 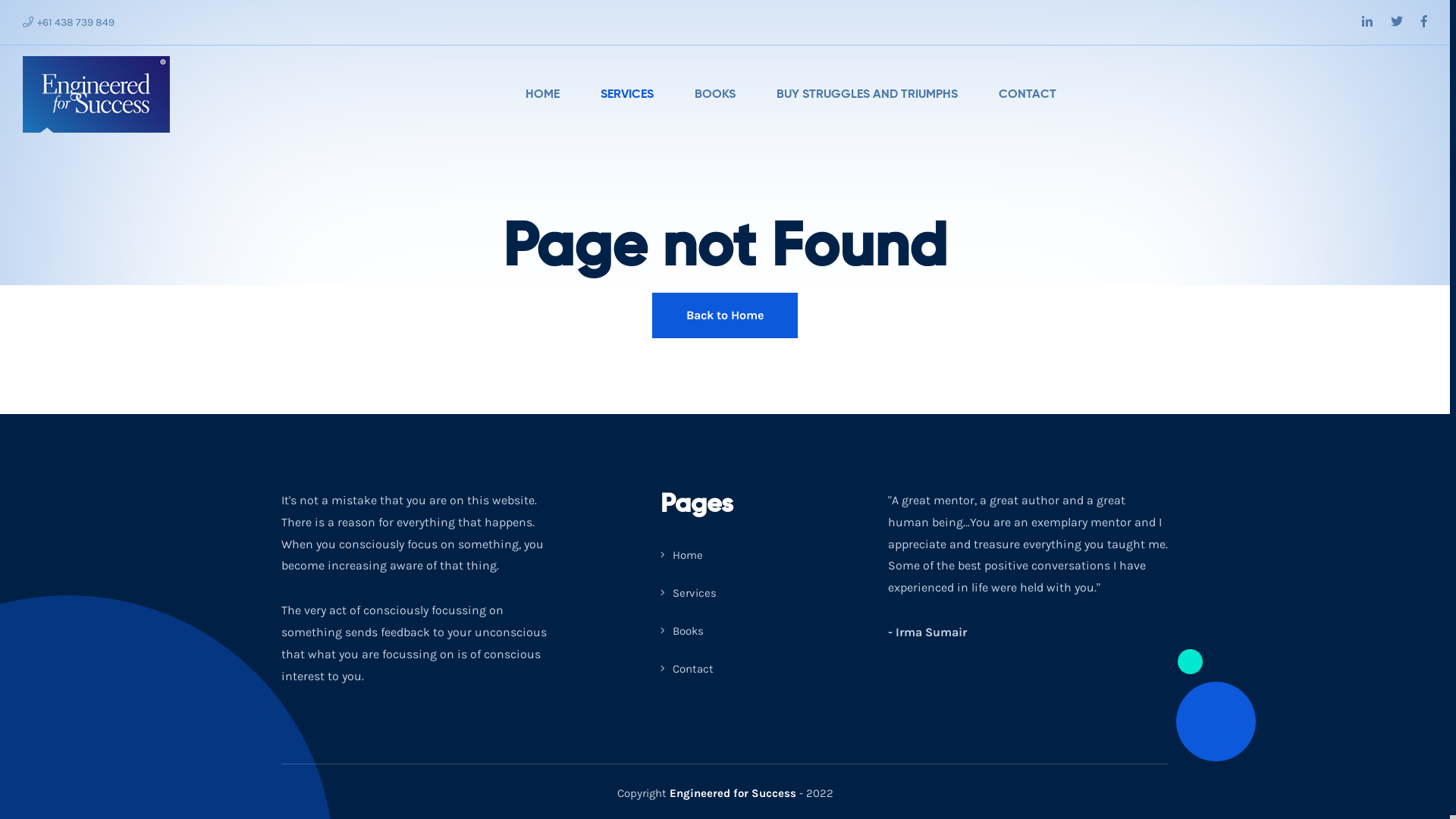 What do you see at coordinates (668, 792) in the screenshot?
I see `'Engineered for Success'` at bounding box center [668, 792].